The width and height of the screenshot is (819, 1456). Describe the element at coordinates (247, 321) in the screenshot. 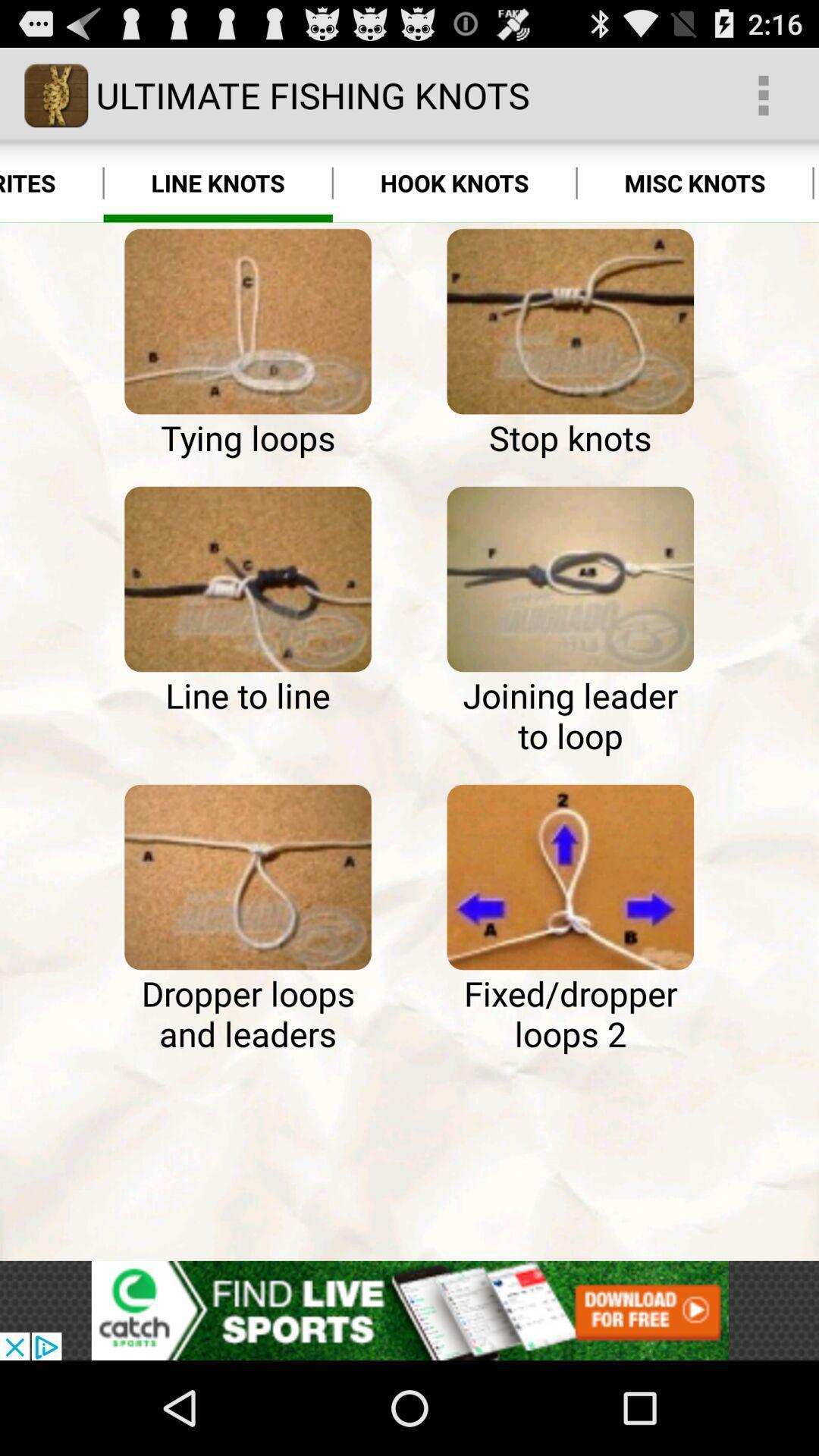

I see `just a image` at that location.